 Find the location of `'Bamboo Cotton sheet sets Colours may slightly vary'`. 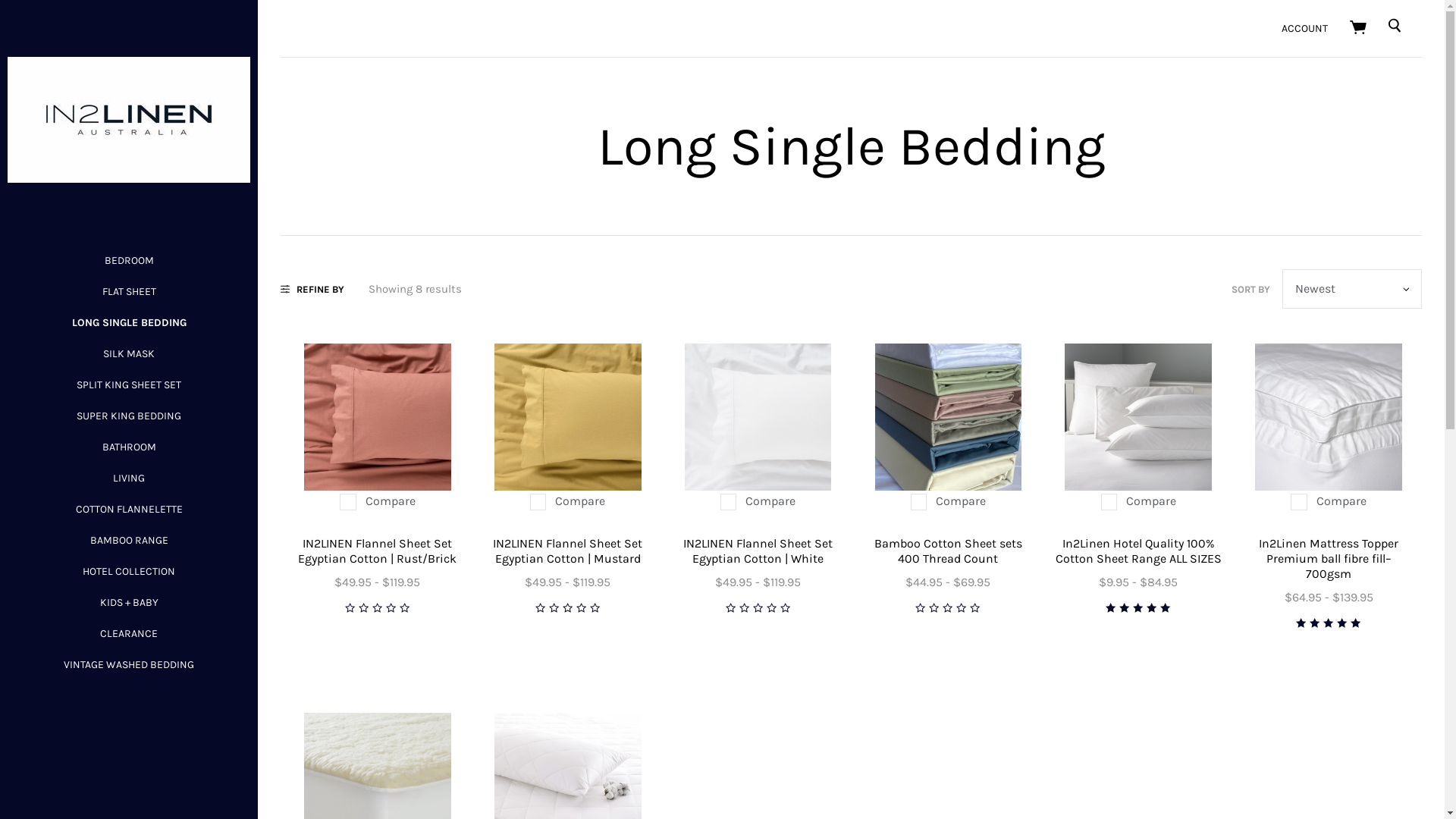

'Bamboo Cotton sheet sets Colours may slightly vary' is located at coordinates (948, 417).